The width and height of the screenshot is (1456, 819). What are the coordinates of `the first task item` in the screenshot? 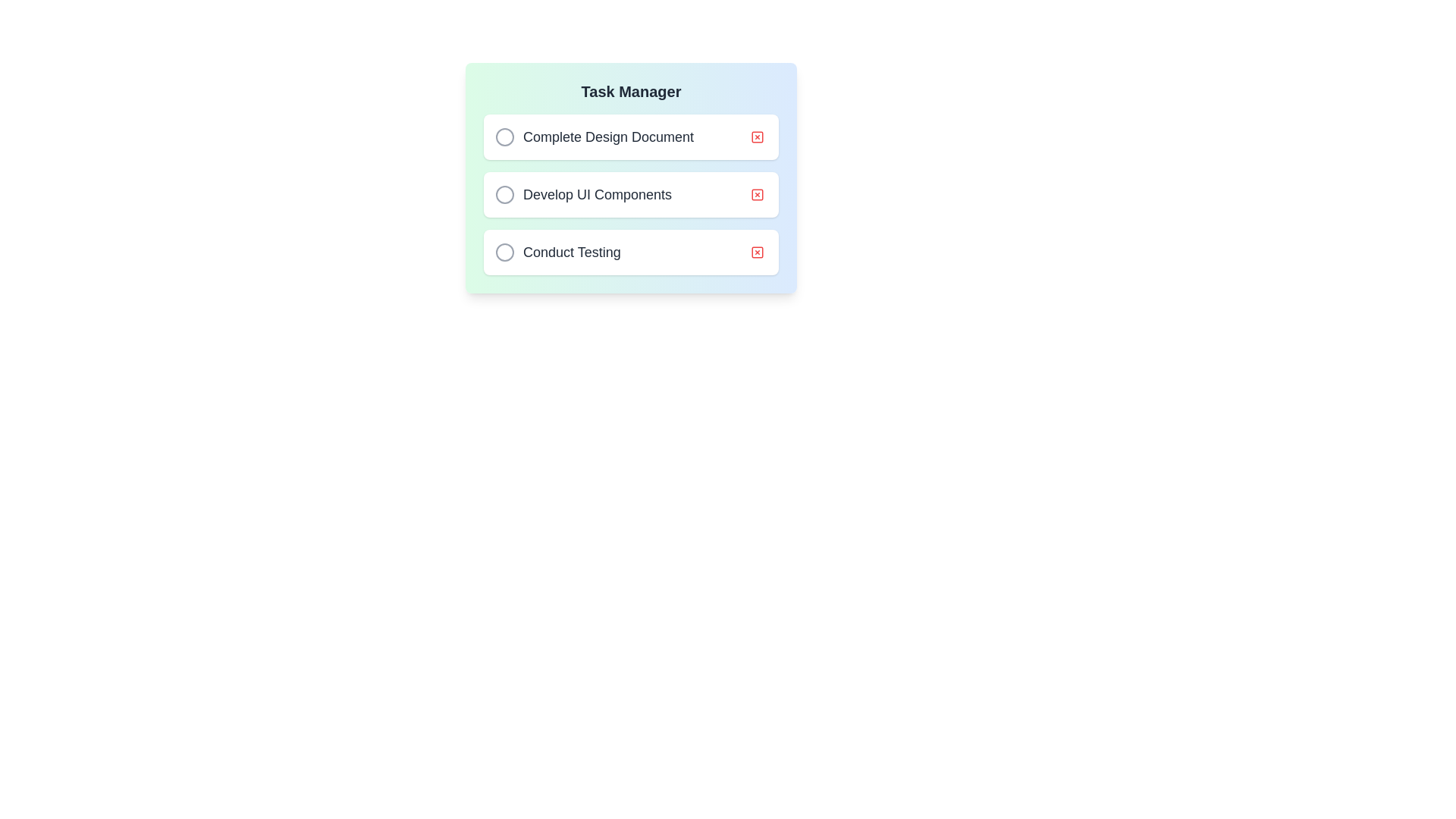 It's located at (594, 137).